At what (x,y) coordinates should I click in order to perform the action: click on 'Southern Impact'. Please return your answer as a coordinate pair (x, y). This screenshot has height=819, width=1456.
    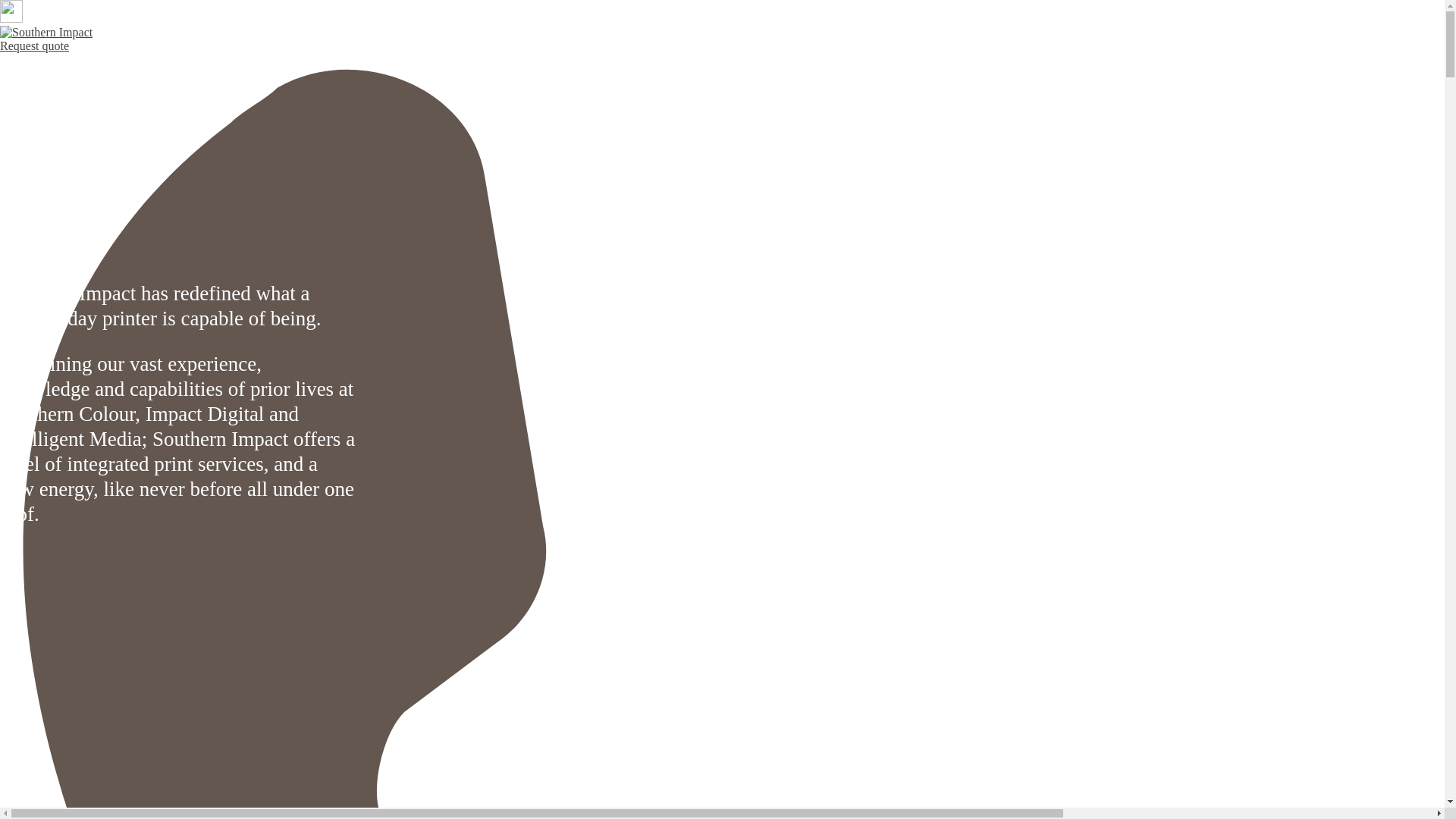
    Looking at the image, I should click on (46, 32).